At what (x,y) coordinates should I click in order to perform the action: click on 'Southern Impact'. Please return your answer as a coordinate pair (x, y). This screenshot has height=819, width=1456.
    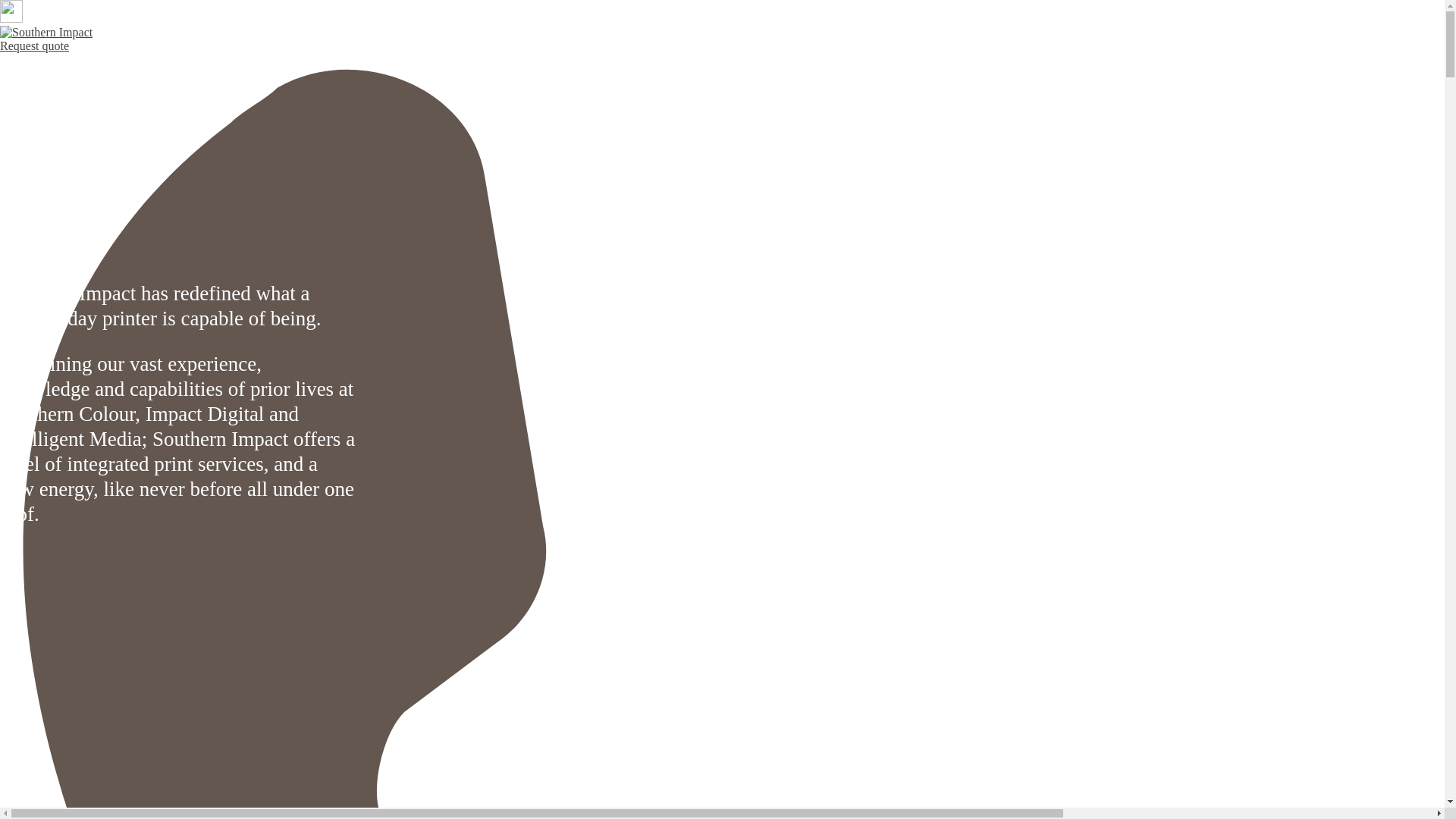
    Looking at the image, I should click on (46, 32).